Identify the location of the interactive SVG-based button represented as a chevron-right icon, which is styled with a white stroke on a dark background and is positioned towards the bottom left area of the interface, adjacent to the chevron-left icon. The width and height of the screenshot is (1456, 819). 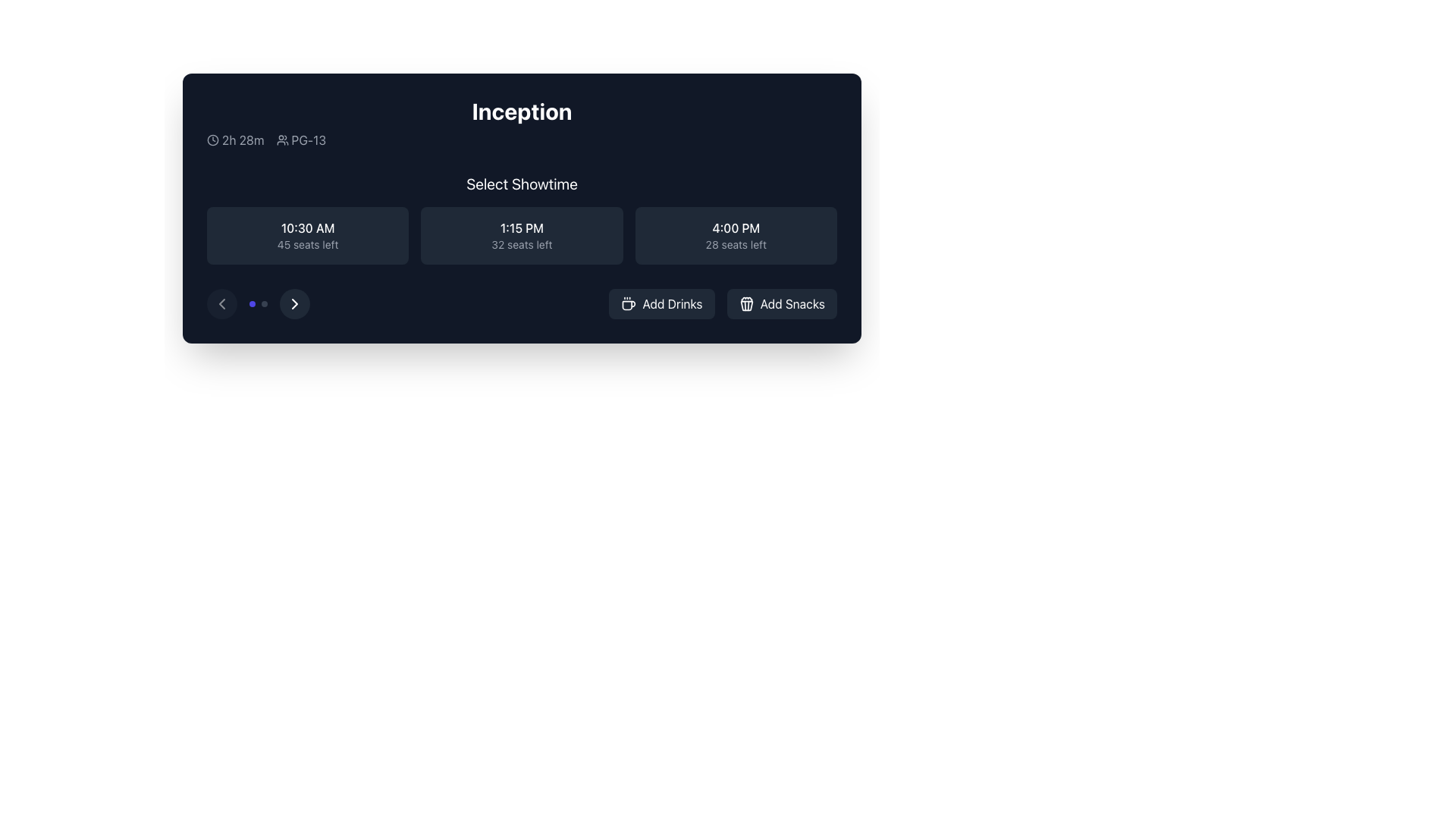
(294, 304).